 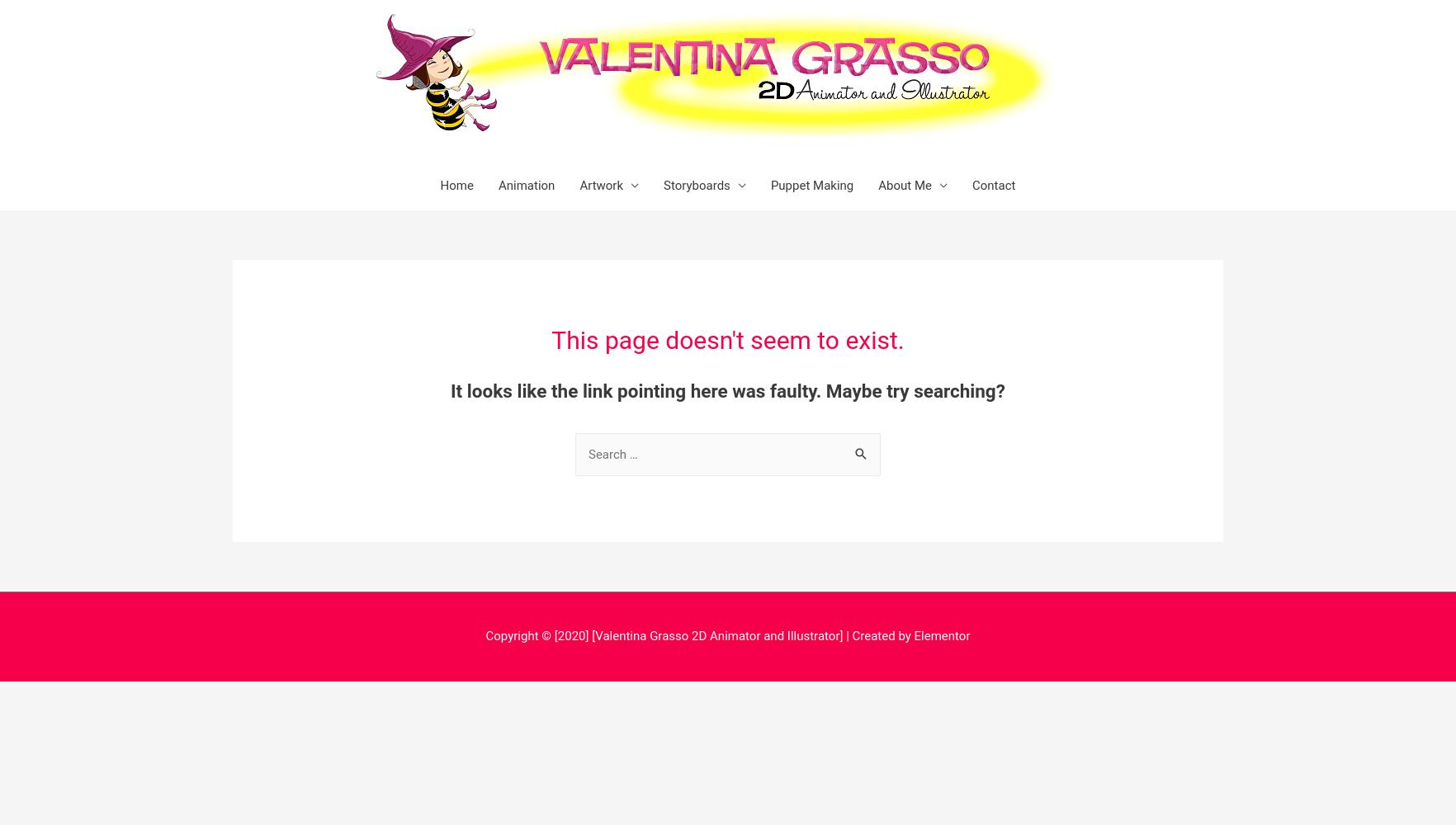 What do you see at coordinates (904, 185) in the screenshot?
I see `'About Me'` at bounding box center [904, 185].